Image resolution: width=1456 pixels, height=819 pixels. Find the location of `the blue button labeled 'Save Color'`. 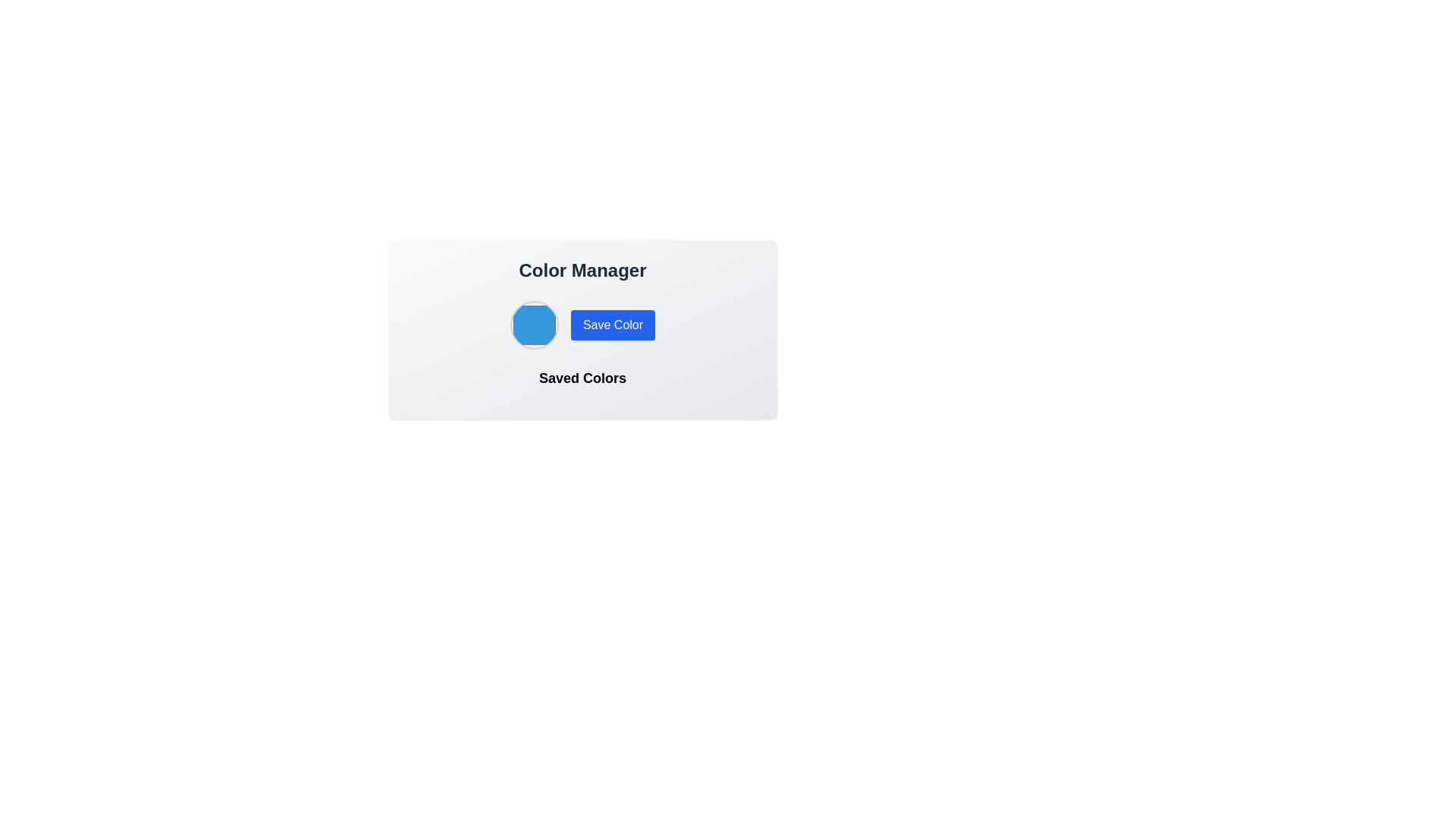

the blue button labeled 'Save Color' is located at coordinates (582, 329).